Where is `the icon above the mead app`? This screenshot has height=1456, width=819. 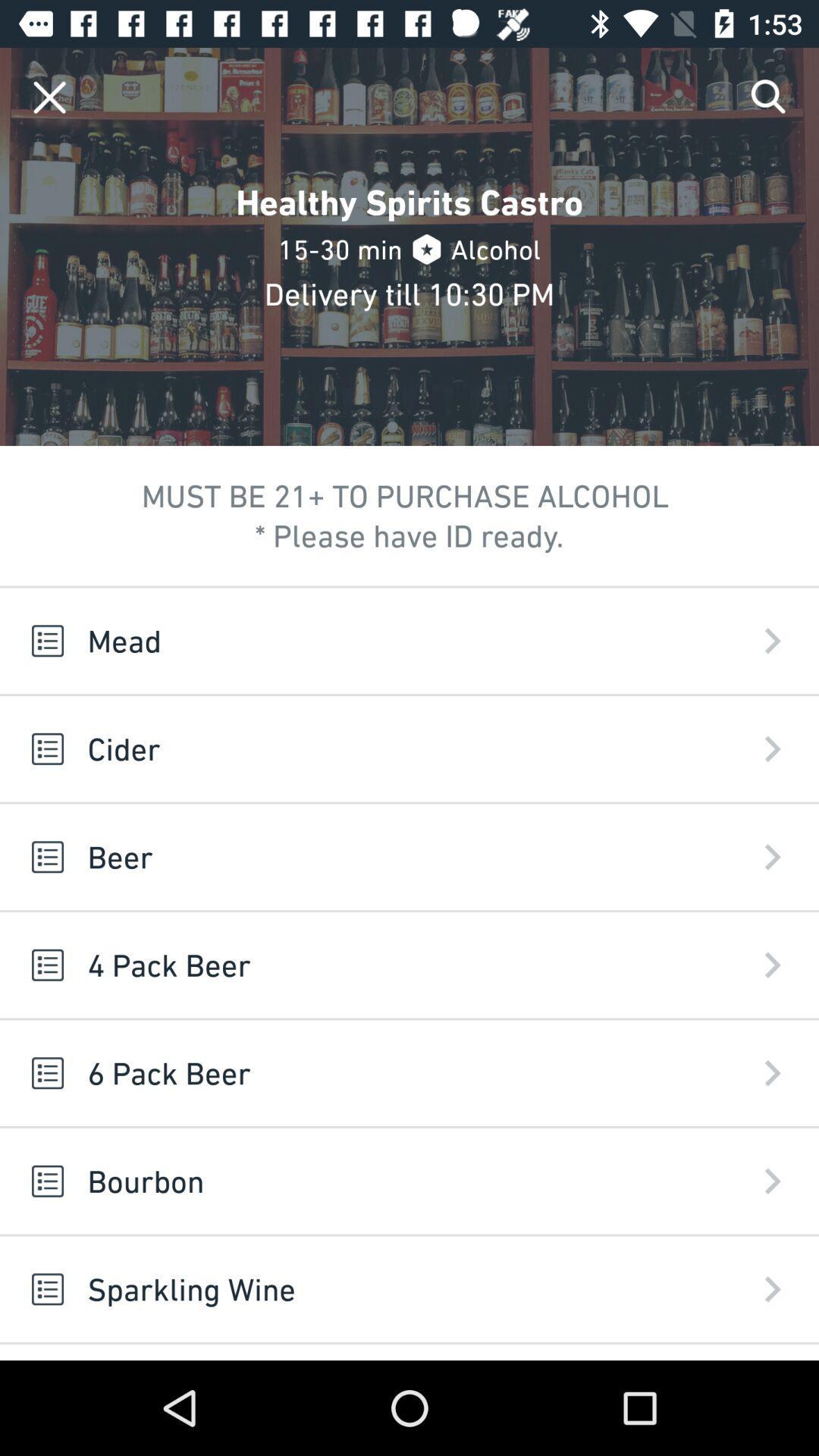 the icon above the mead app is located at coordinates (769, 96).